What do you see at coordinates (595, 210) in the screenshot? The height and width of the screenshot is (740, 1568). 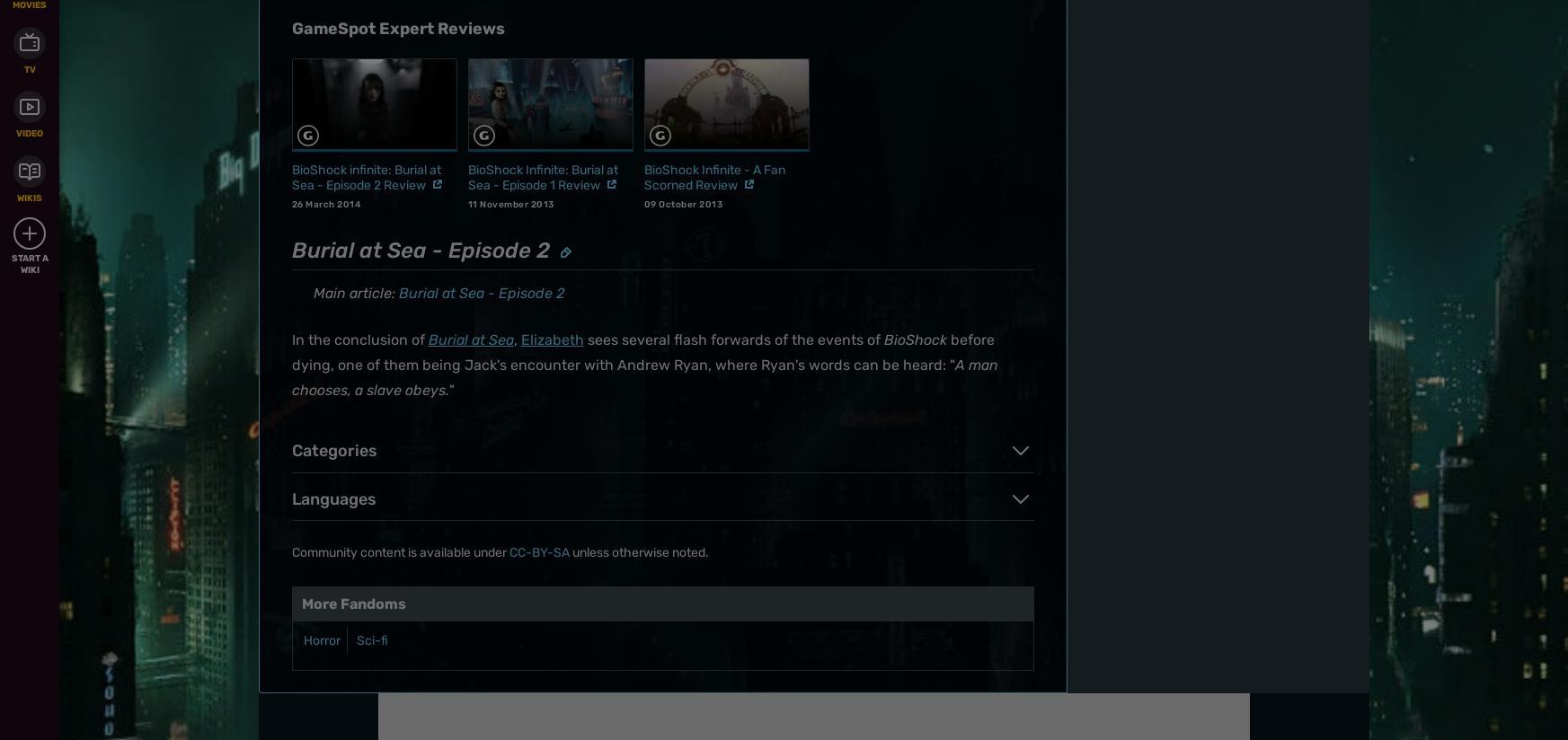 I see `'Global Sitemap'` at bounding box center [595, 210].